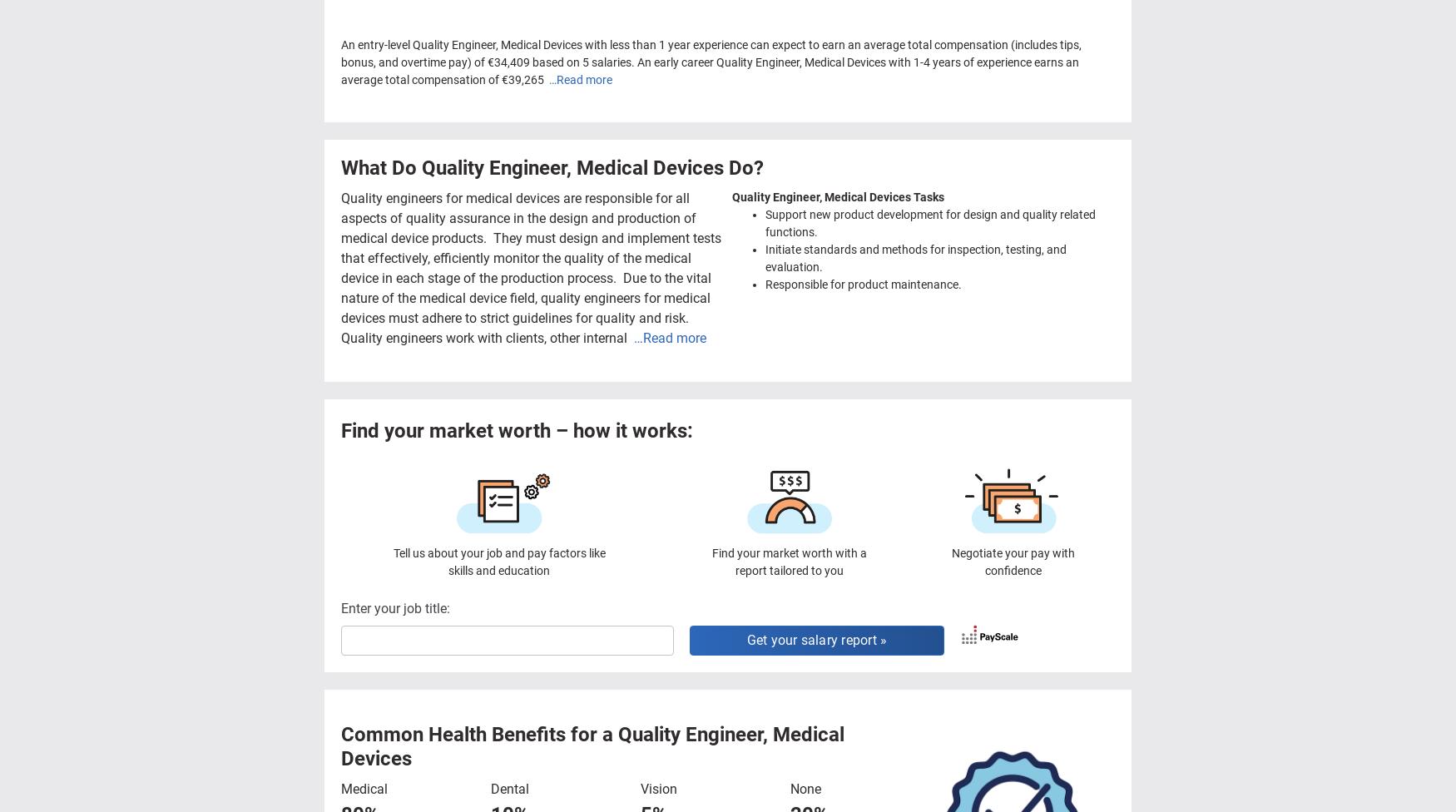 Image resolution: width=1456 pixels, height=812 pixels. I want to click on 'Quality engineers for medical devices are responsible for all aspects of quality assurance in the design and production of medical device products.  They must design and implement tests that effectively, efficiently monitor the quality of the medical device in each stage of the production process.  Due to the vital nature of the medical device field, quality engineers for medical devices must adhere to strict guidelines for quality and risk. Quality engineers work with clients, other internal', so click(532, 267).